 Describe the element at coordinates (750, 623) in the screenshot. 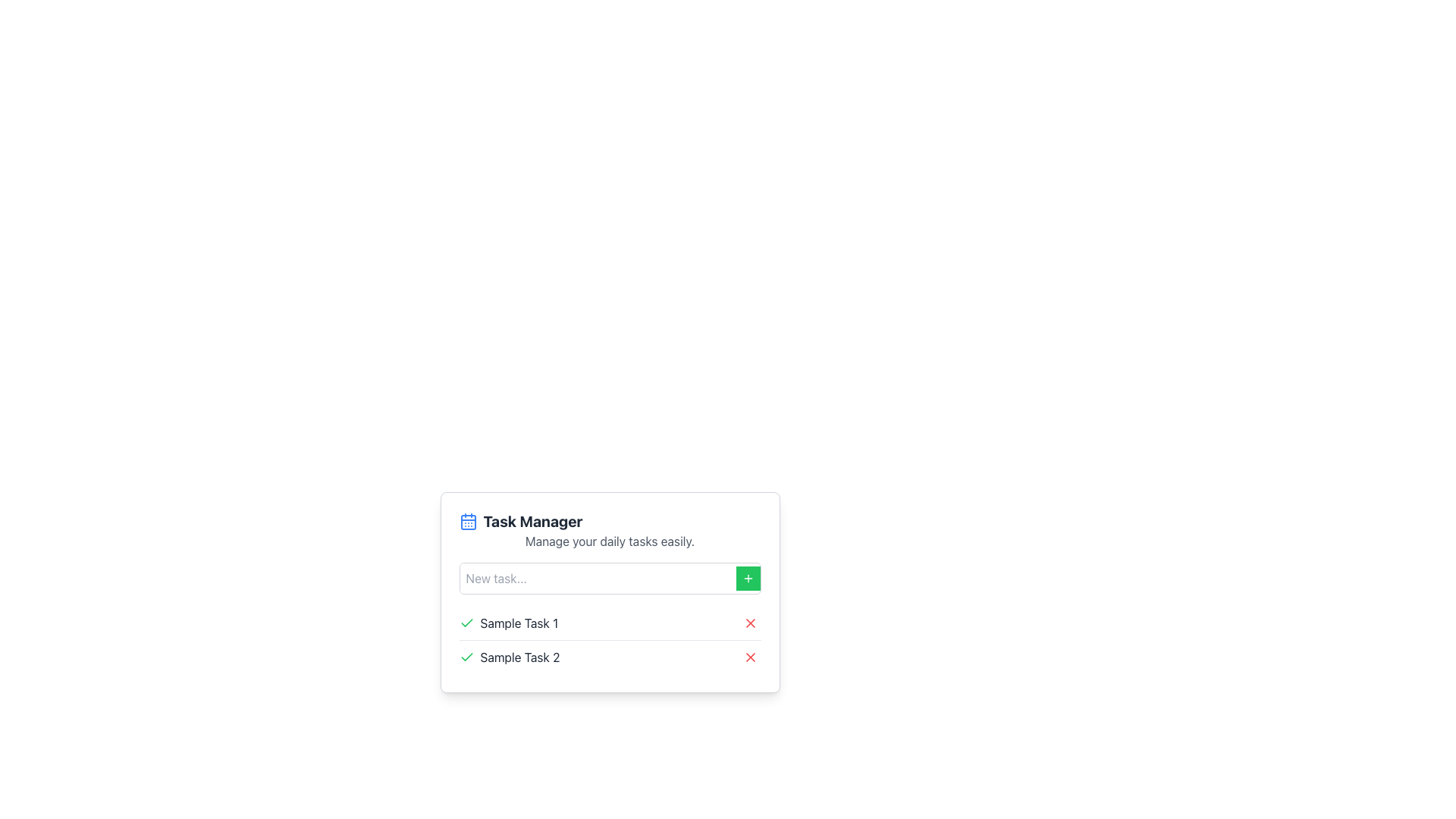

I see `the delete icon for 'Sample Task 1'` at that location.